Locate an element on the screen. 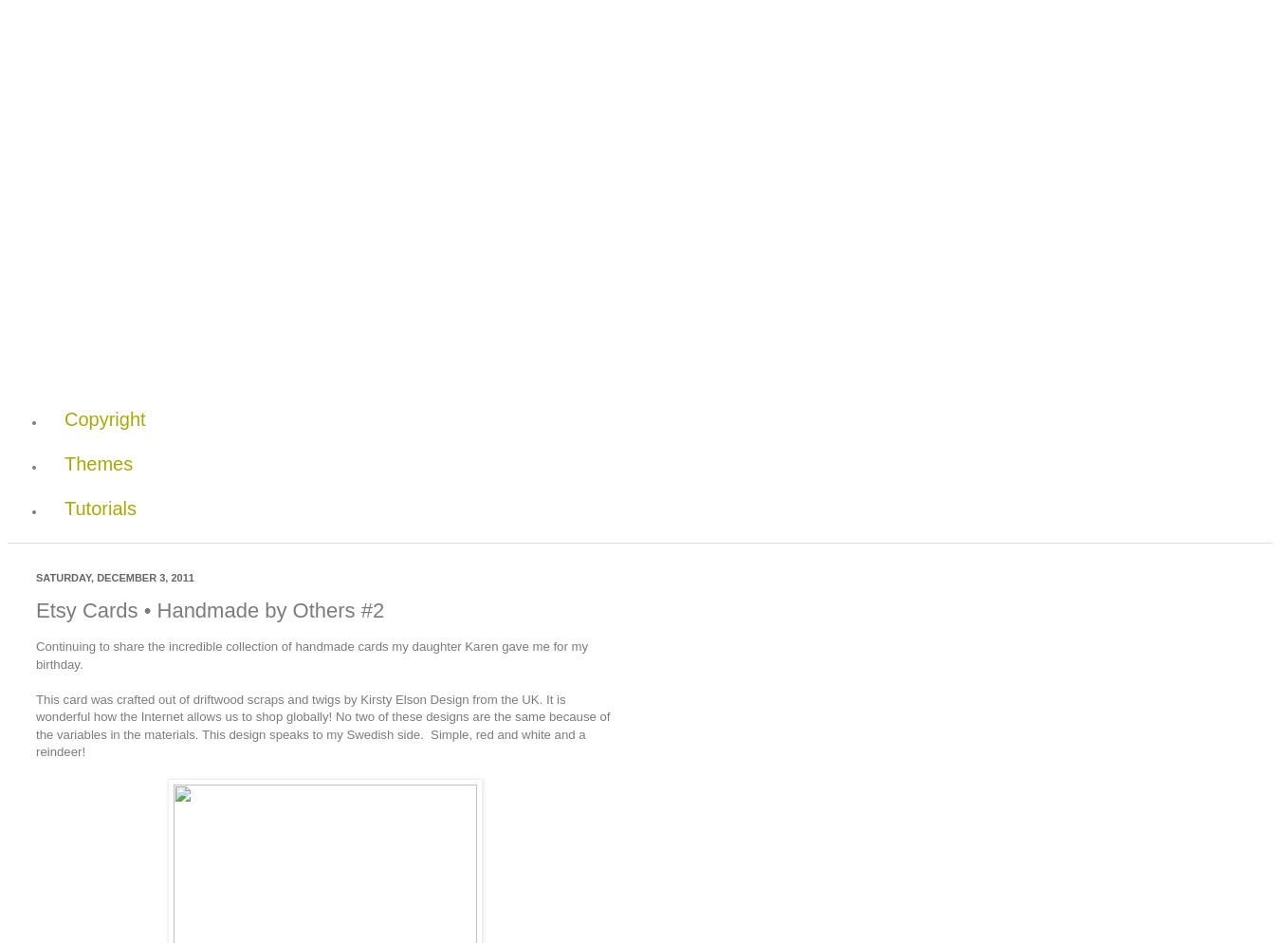 This screenshot has width=1288, height=943. 'Home' is located at coordinates (89, 328).